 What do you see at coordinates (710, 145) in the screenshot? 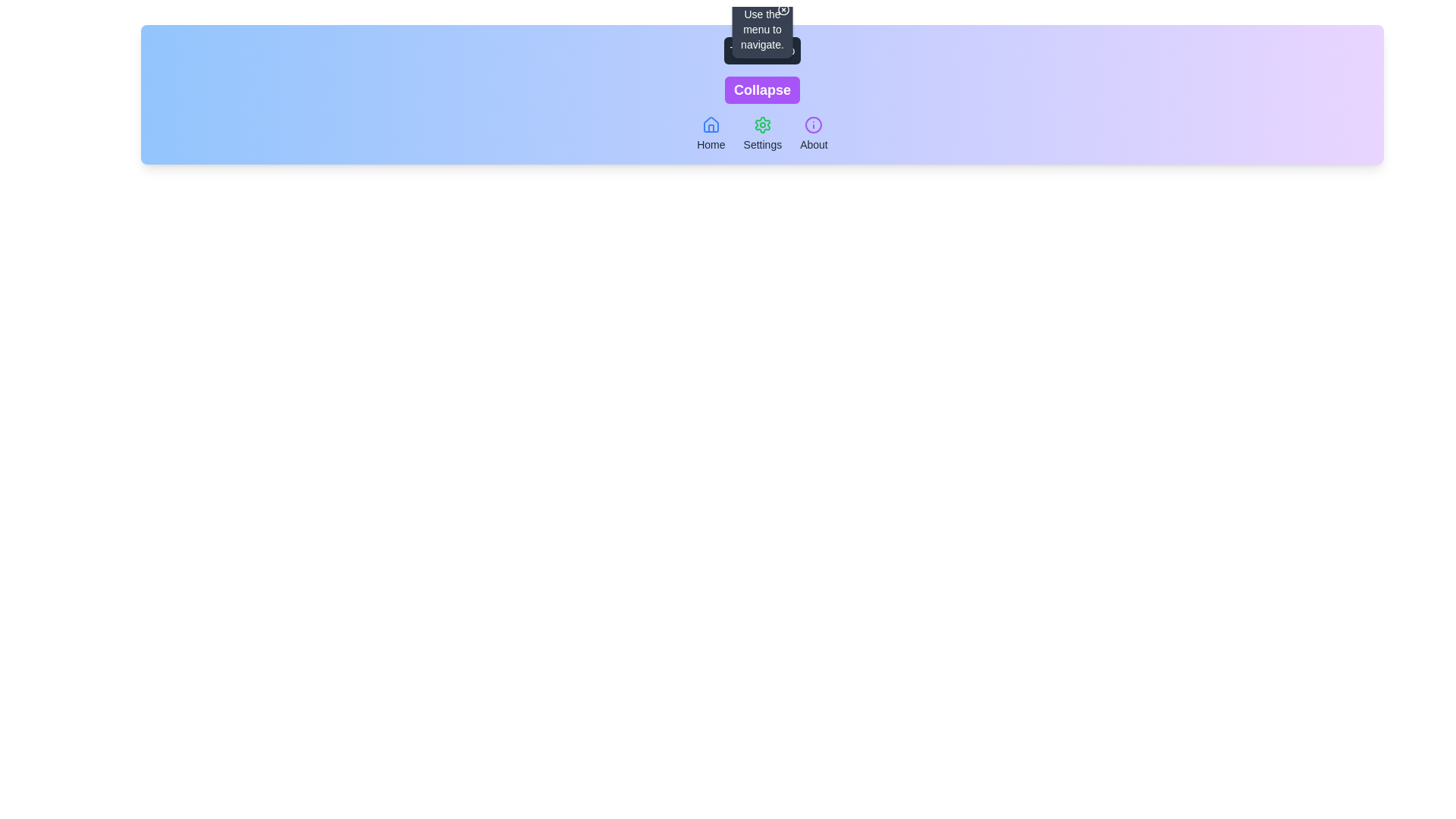
I see `text content of the 'Home' label, which is styled in dark gray and positioned below a house icon in the navigation menu` at bounding box center [710, 145].